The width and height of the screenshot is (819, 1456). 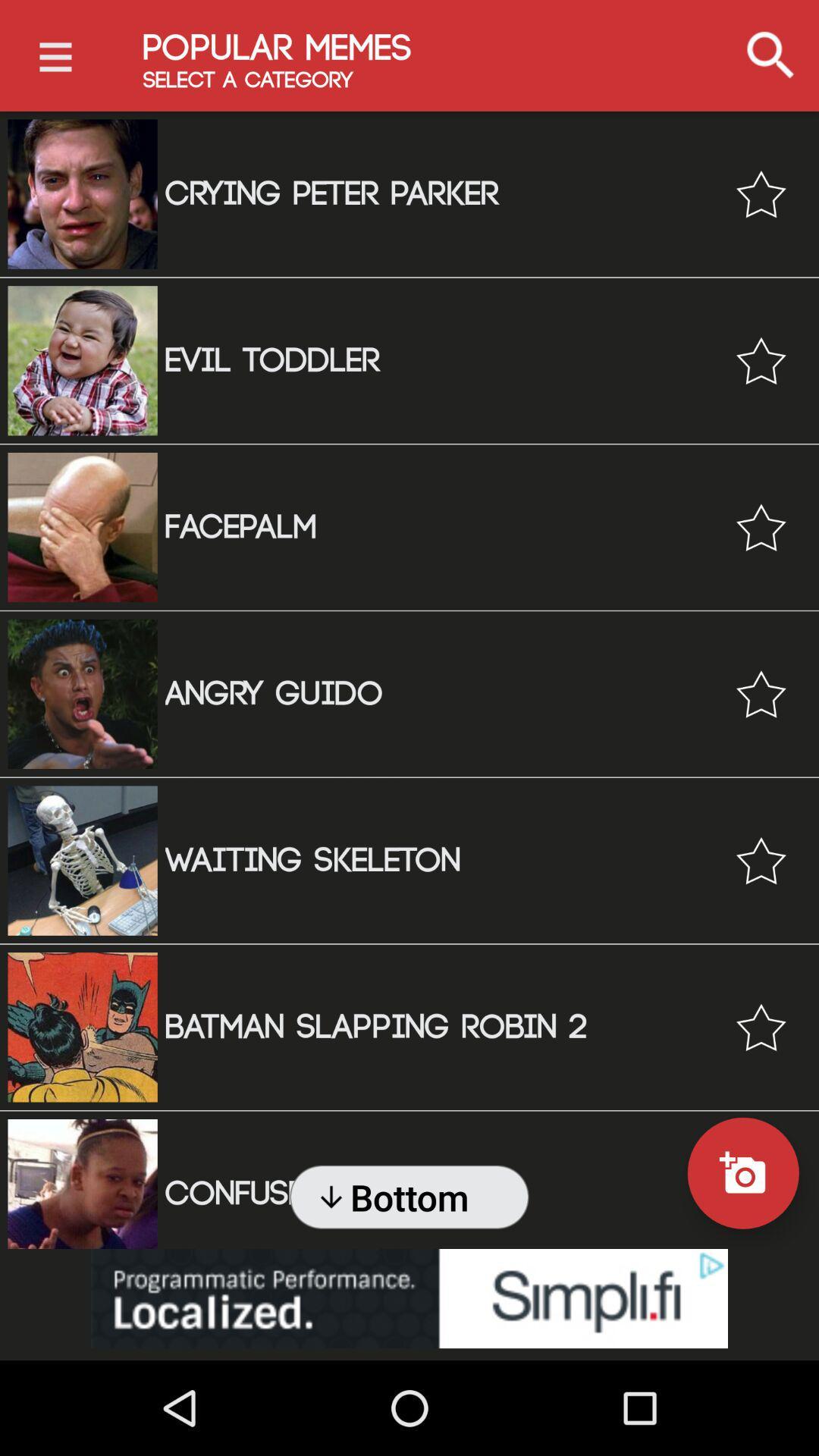 I want to click on the photo icon, so click(x=742, y=1172).